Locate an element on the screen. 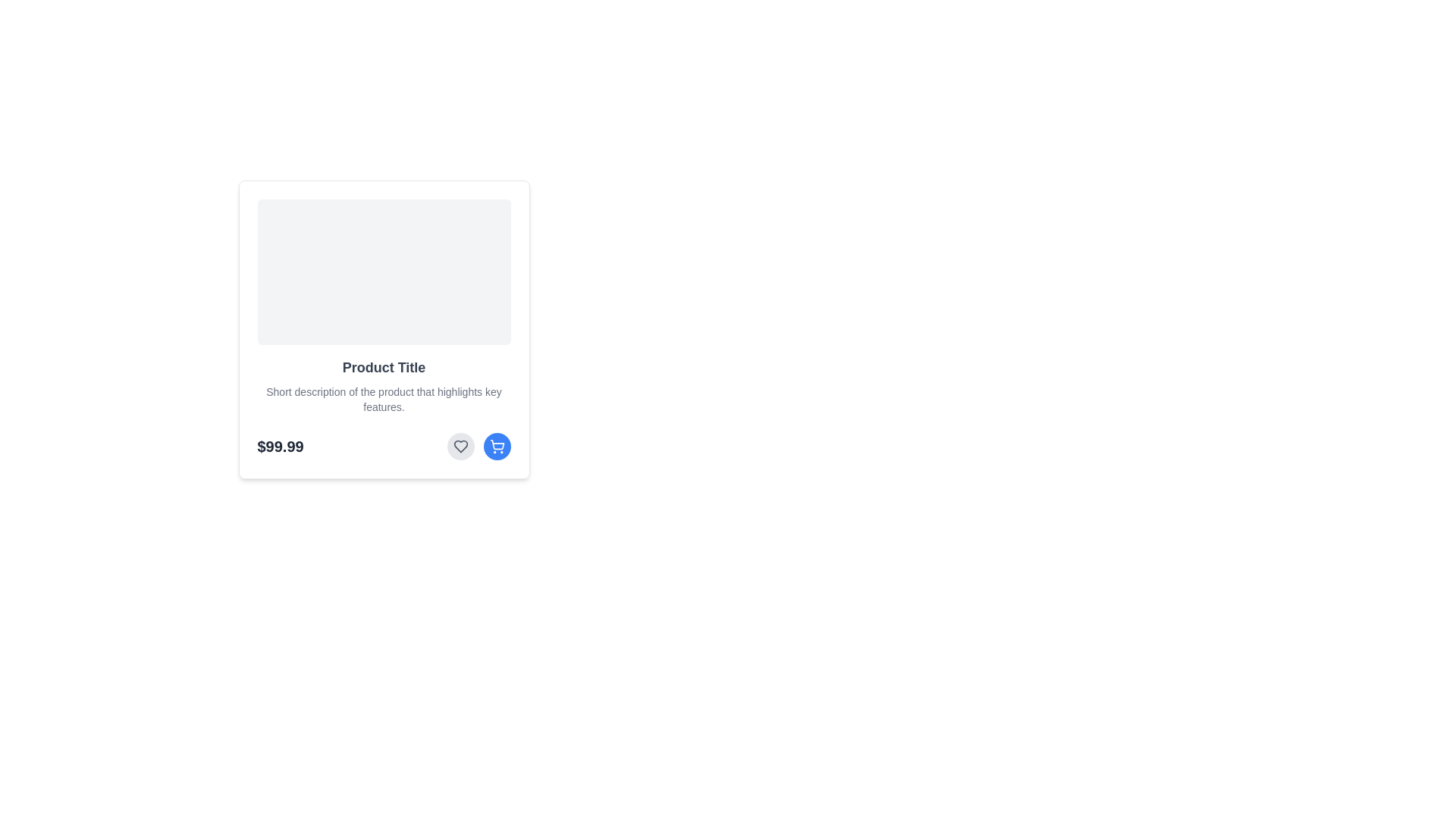  the 'Add to Cart' button located is located at coordinates (497, 446).